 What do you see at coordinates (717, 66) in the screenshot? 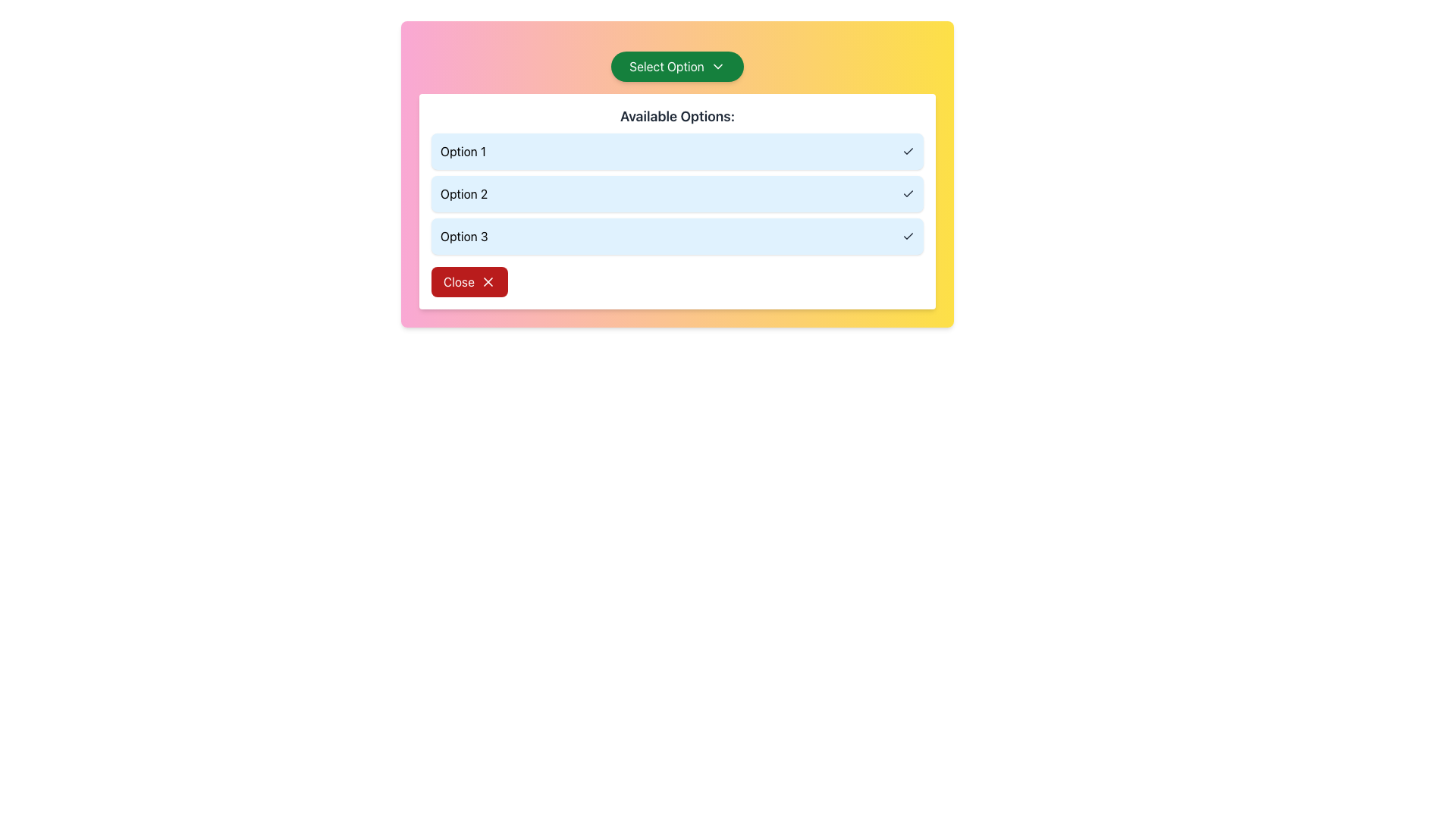
I see `the Chevron icon located to the right of the 'Select Option' button` at bounding box center [717, 66].